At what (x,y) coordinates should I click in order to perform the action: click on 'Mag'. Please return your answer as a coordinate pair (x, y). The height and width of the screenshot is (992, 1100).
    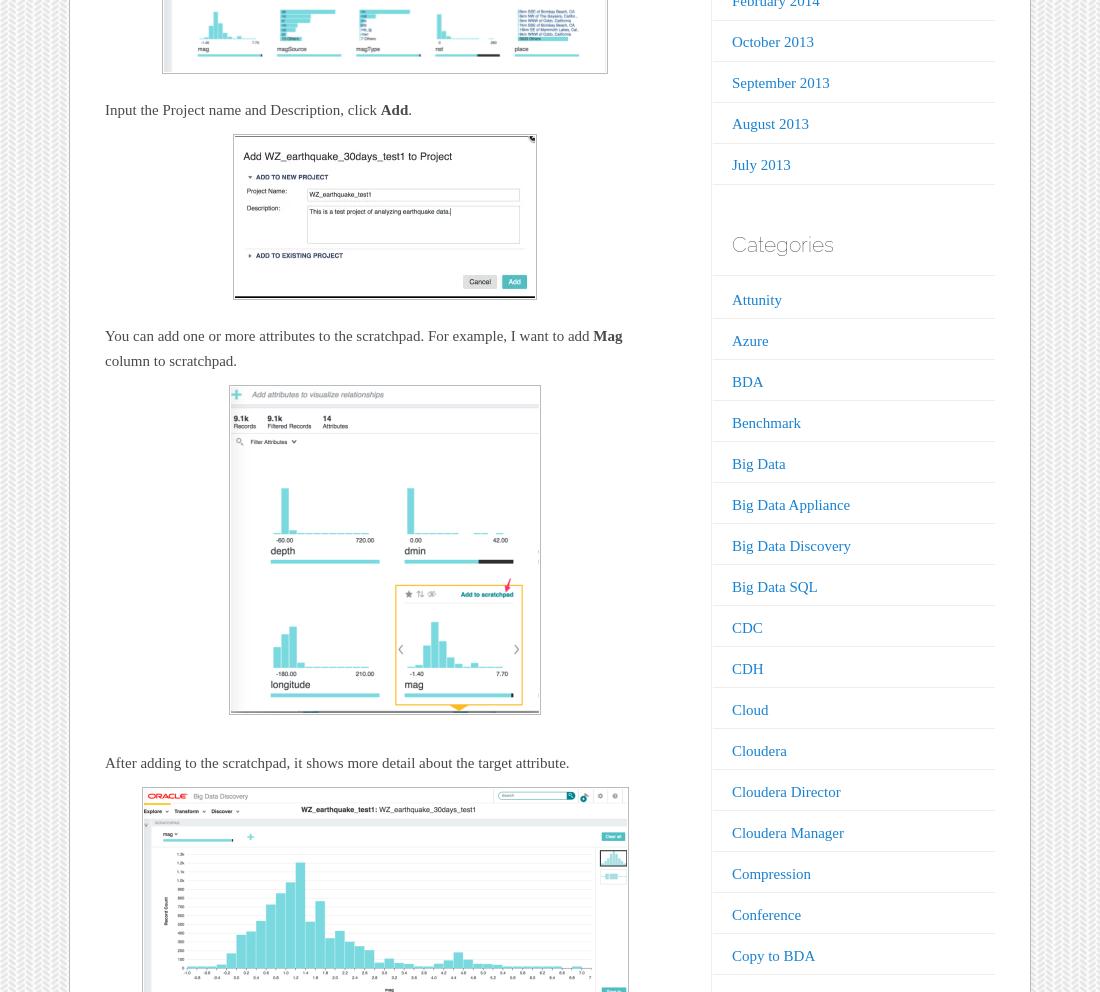
    Looking at the image, I should click on (606, 334).